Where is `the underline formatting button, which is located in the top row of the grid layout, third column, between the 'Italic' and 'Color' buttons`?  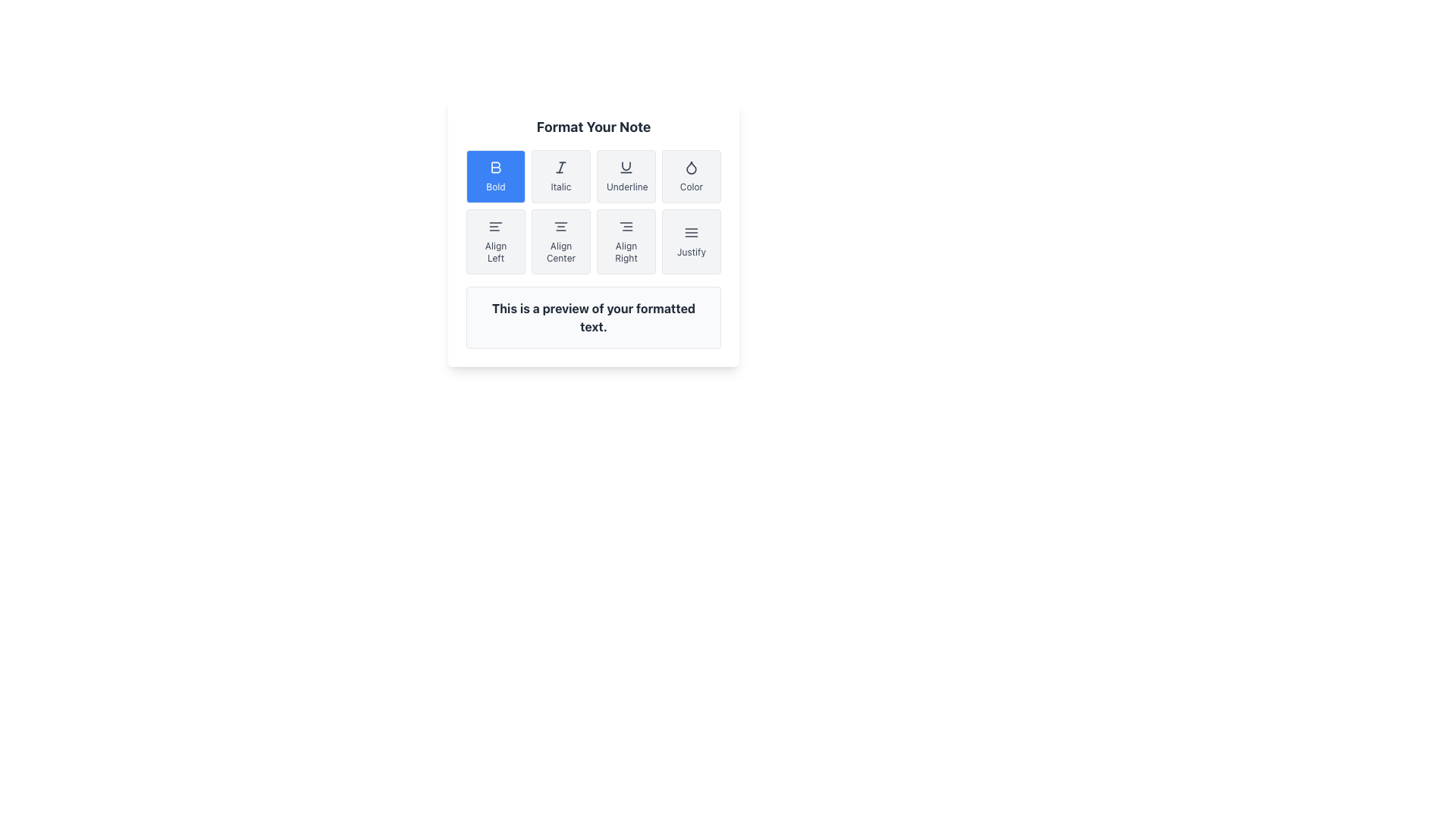
the underline formatting button, which is located in the top row of the grid layout, third column, between the 'Italic' and 'Color' buttons is located at coordinates (626, 175).